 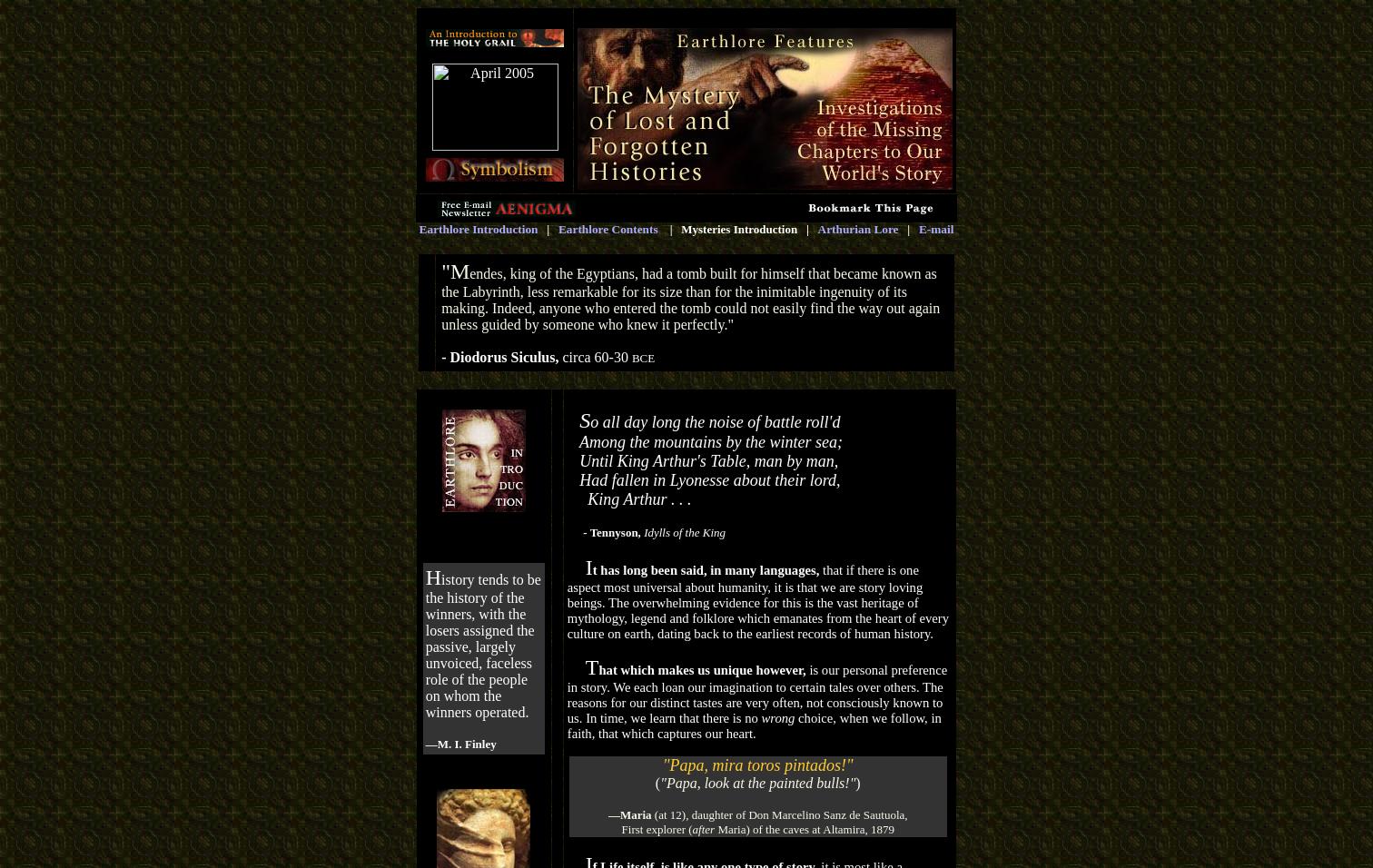 What do you see at coordinates (433, 577) in the screenshot?
I see `'H'` at bounding box center [433, 577].